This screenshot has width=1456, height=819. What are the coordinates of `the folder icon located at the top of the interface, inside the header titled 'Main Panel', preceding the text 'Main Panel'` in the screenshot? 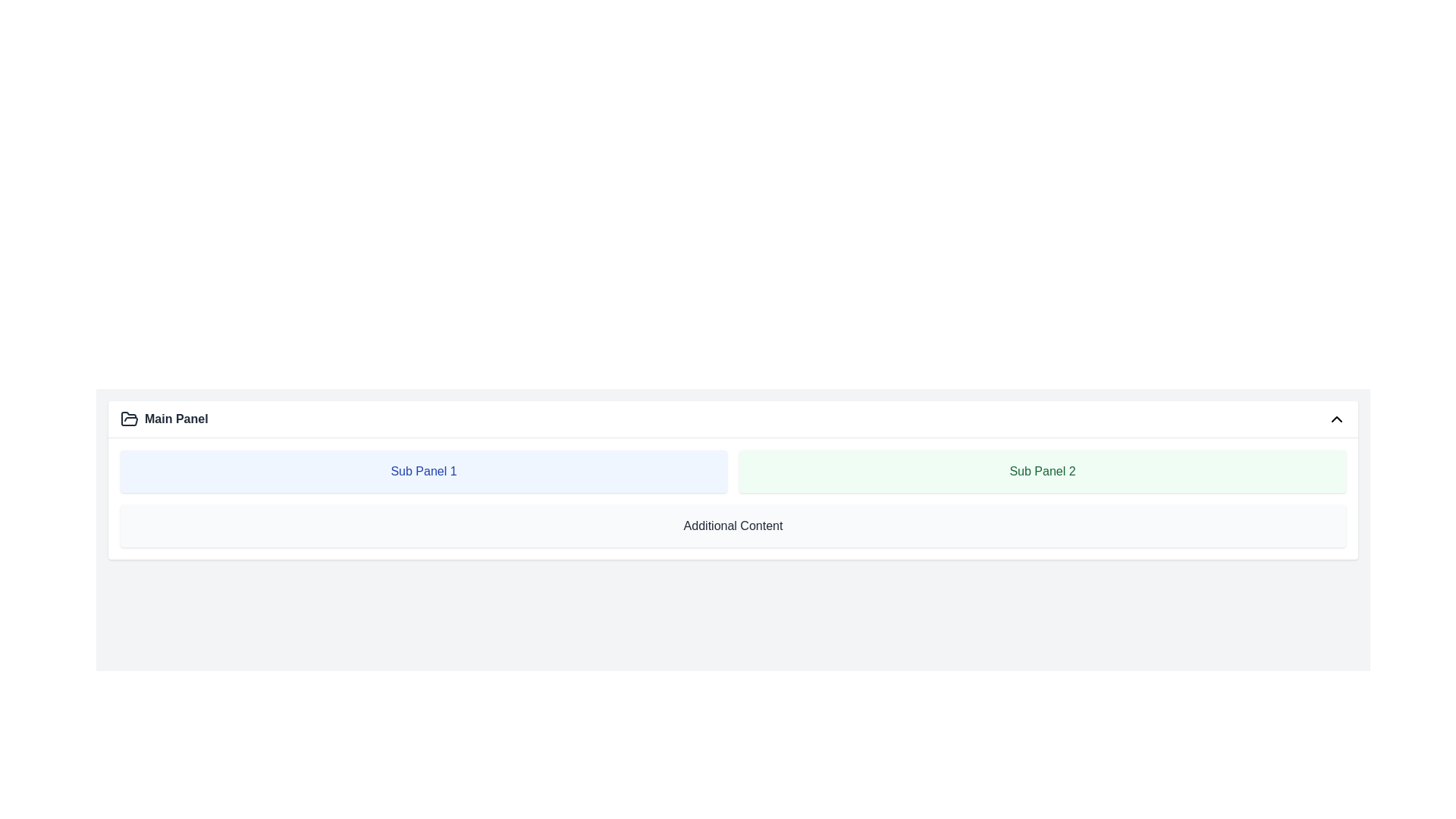 It's located at (130, 419).